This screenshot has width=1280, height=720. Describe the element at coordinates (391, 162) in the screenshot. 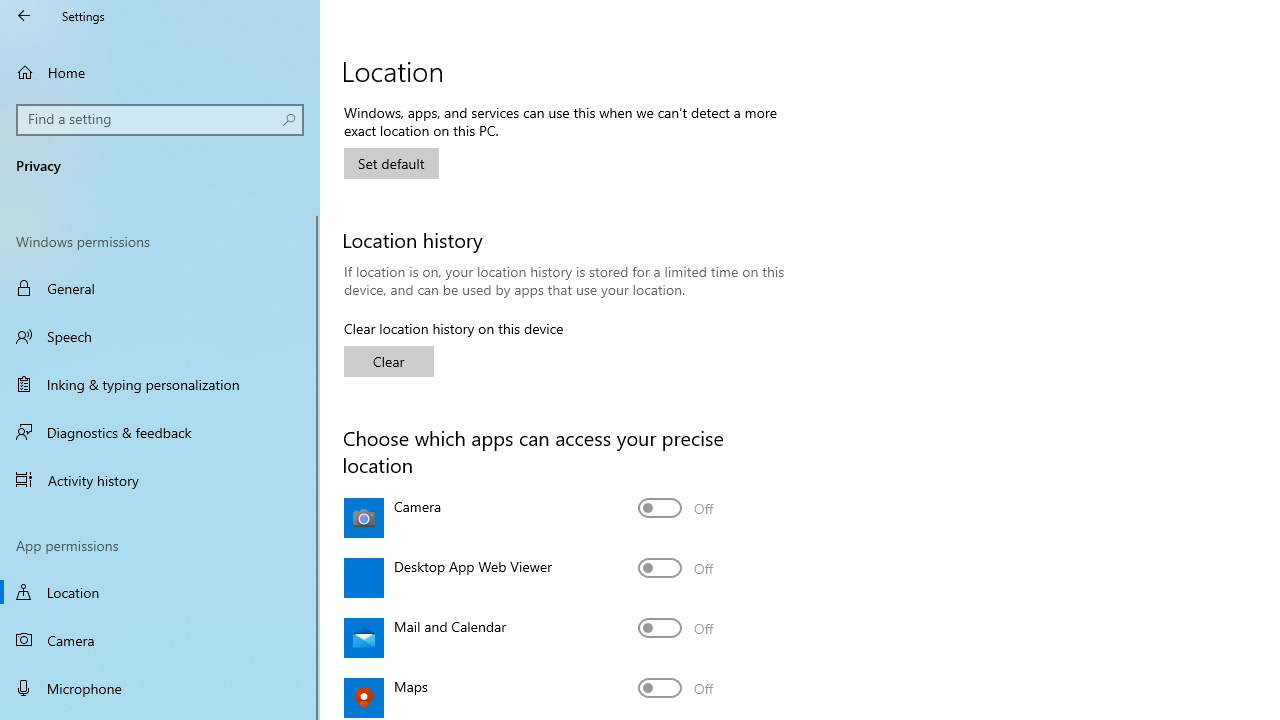

I see `'Set default'` at that location.